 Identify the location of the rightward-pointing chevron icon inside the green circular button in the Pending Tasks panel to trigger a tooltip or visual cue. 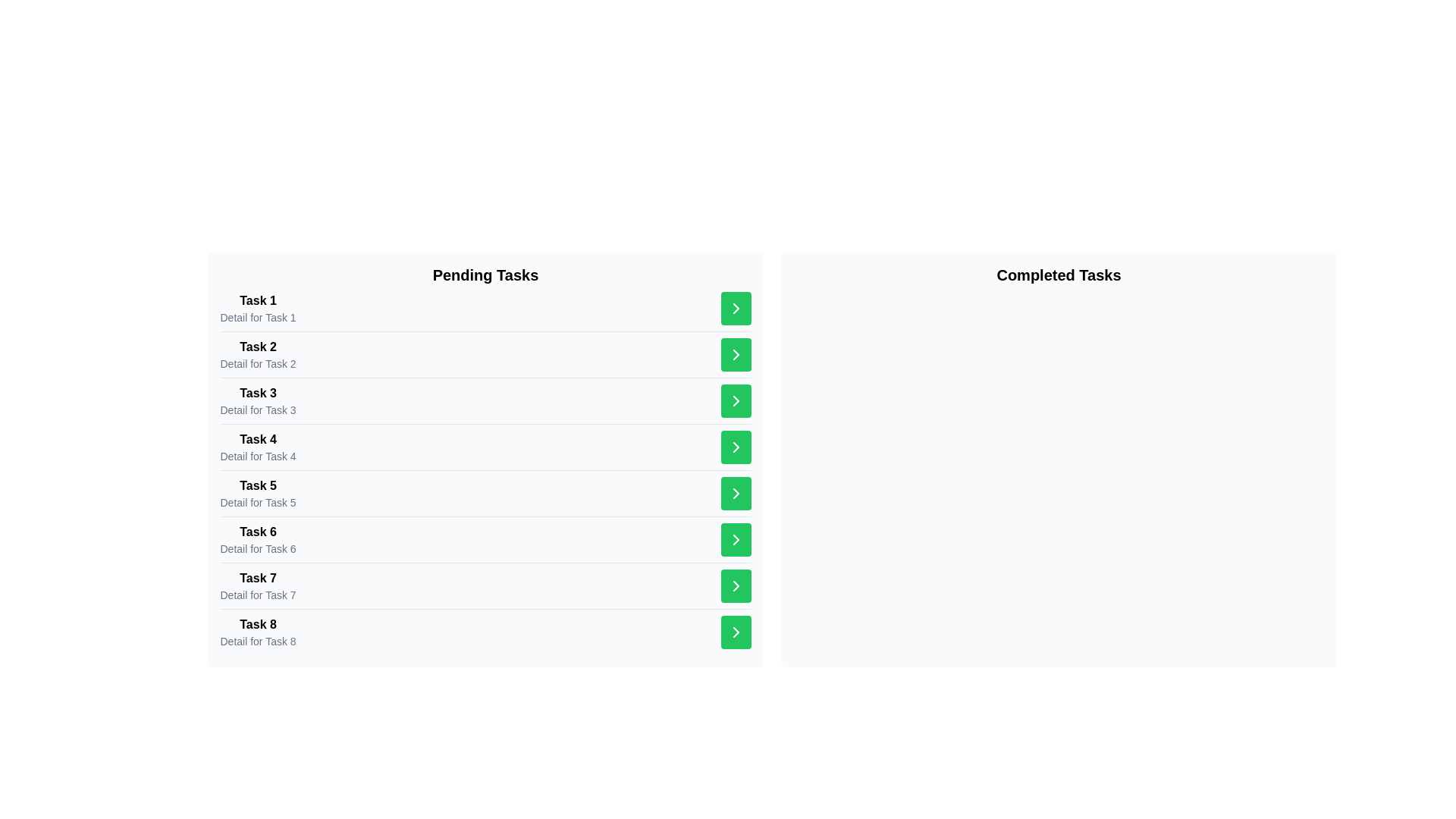
(736, 632).